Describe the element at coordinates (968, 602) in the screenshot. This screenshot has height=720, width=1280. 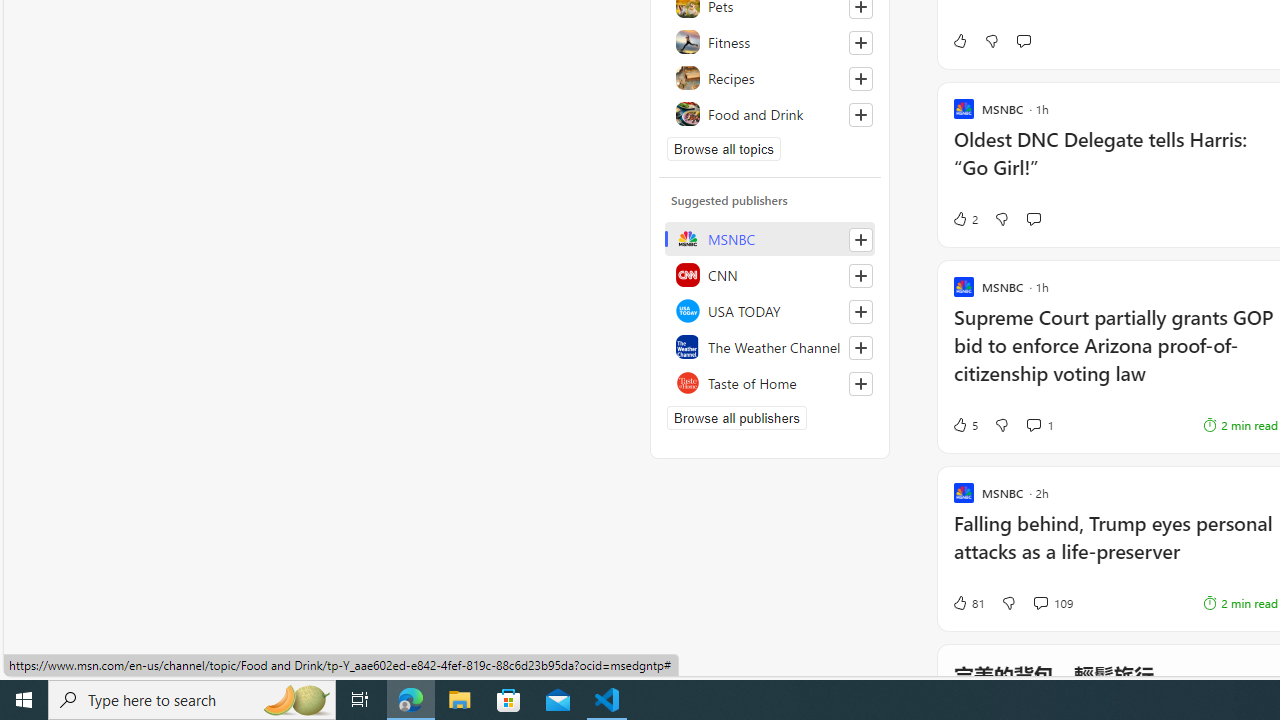
I see `'81 Like'` at that location.